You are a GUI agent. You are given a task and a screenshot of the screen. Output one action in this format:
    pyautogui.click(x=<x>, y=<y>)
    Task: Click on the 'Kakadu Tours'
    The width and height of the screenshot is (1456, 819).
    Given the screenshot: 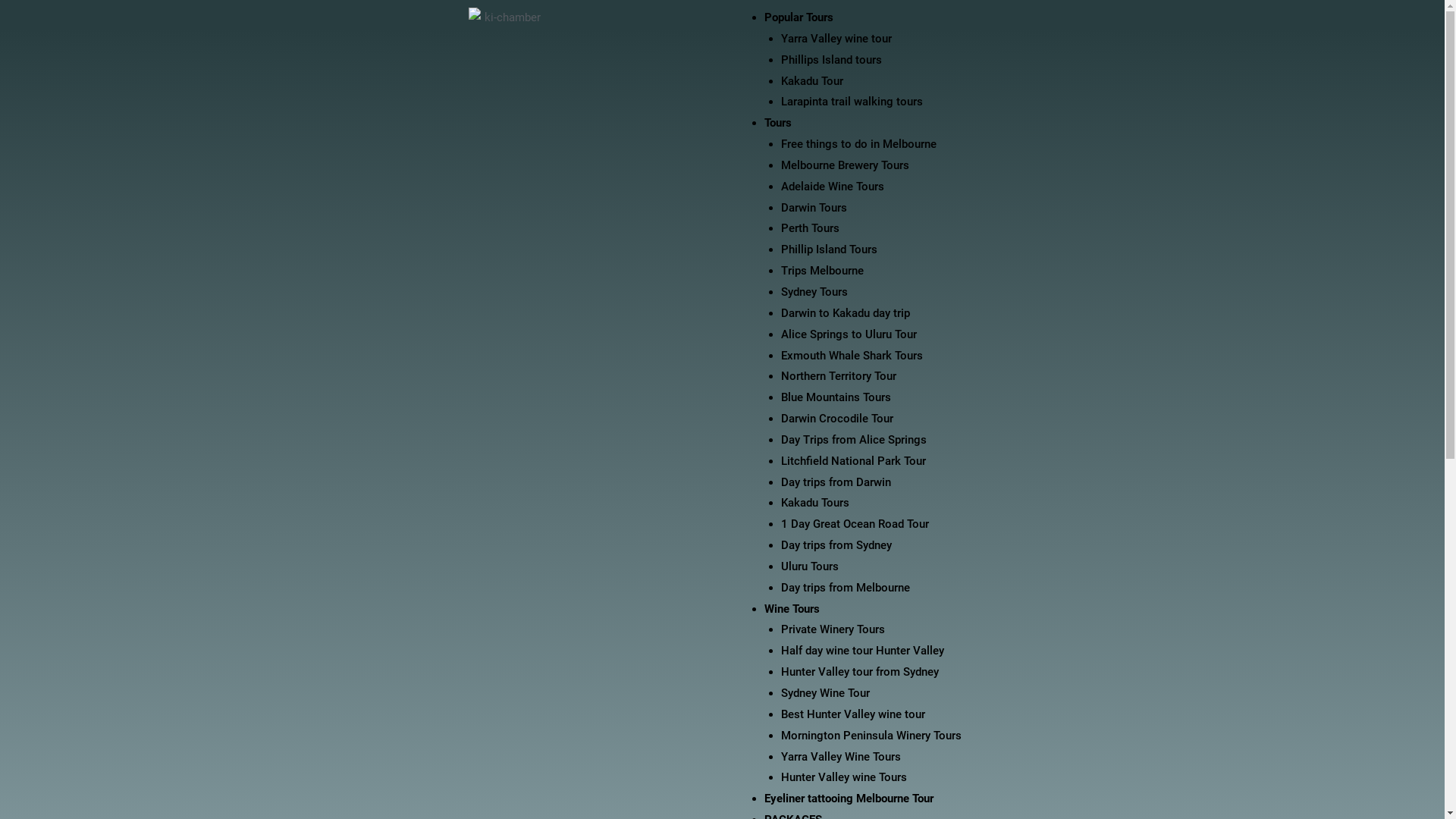 What is the action you would take?
    pyautogui.click(x=814, y=503)
    